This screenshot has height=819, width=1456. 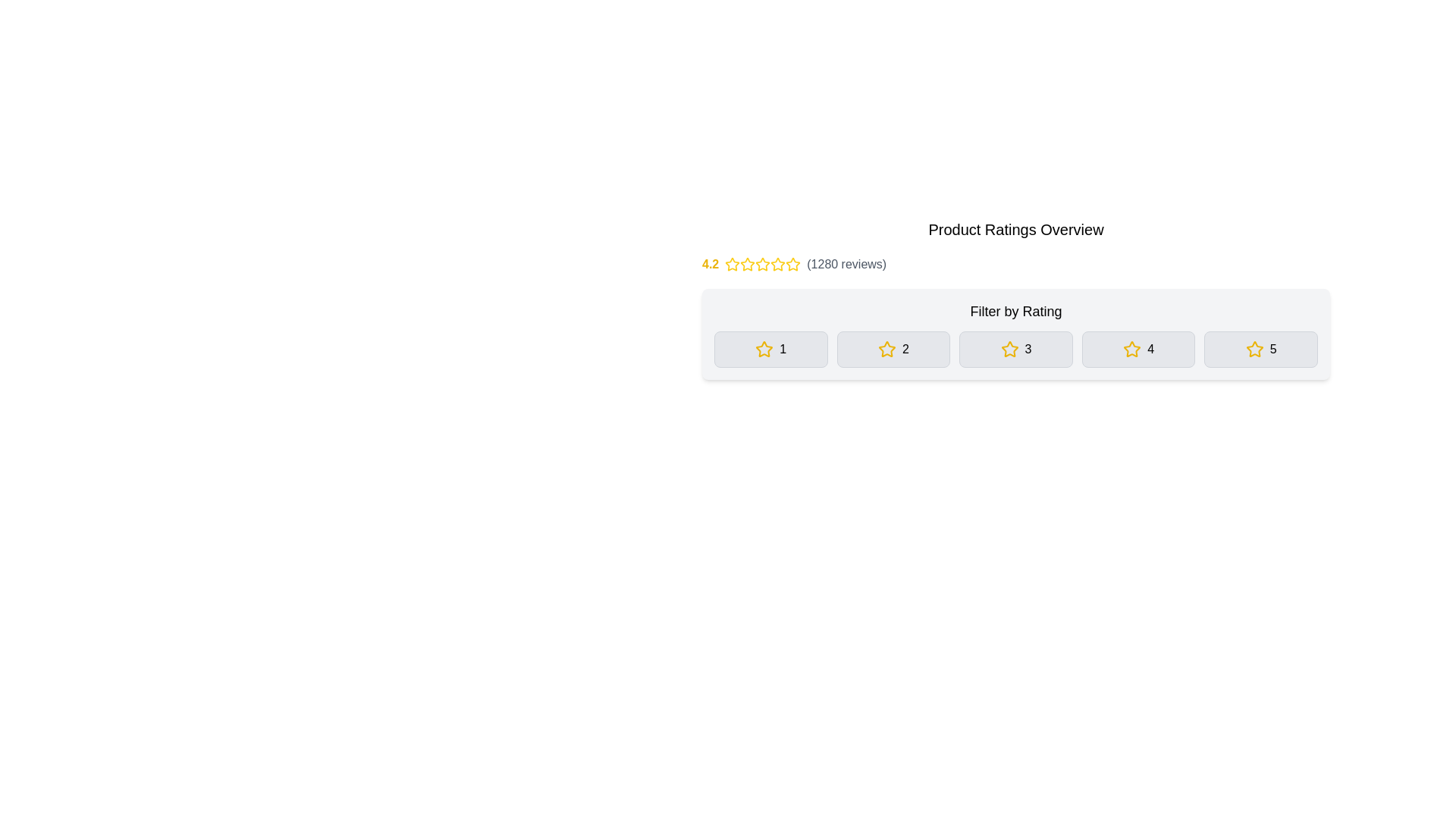 I want to click on the first yellow star icon in the rating system, which has a rounded outline and white interior, located above the 'Filter by Rating' button group, so click(x=733, y=263).